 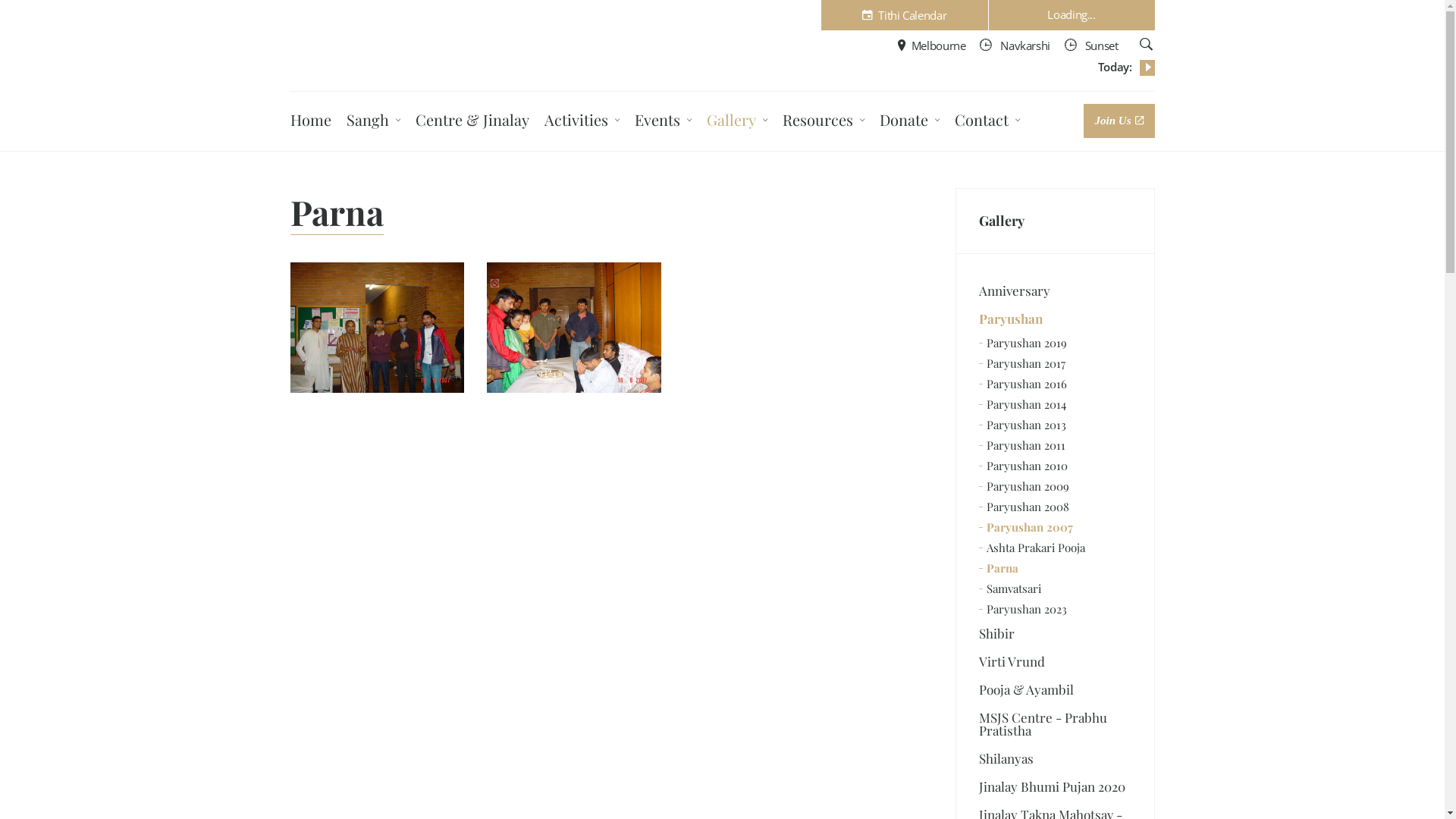 I want to click on 'Paryushan', so click(x=1054, y=318).